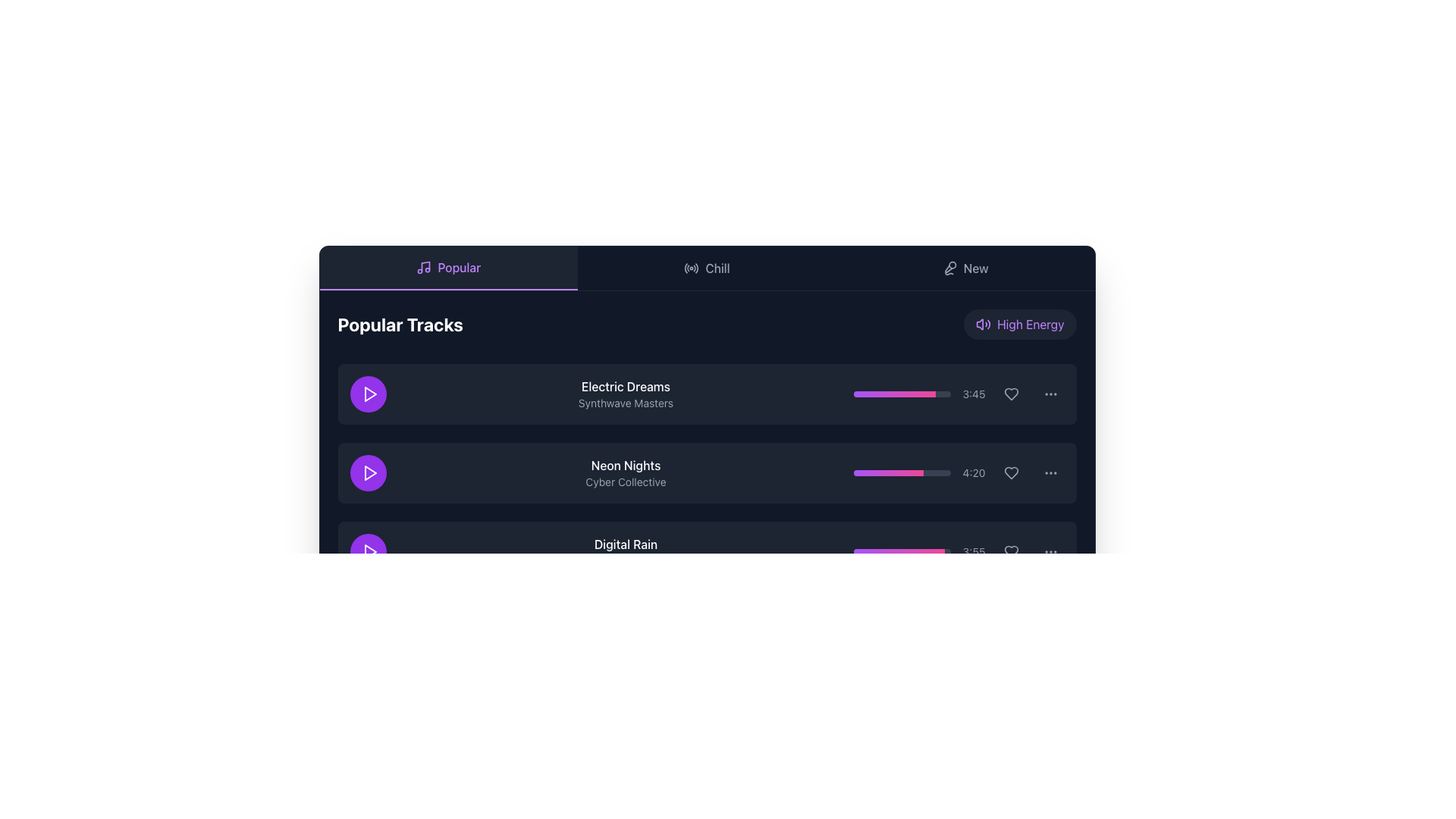 The image size is (1456, 819). What do you see at coordinates (626, 394) in the screenshot?
I see `the text block displaying the title and artist information of a song in the first row of the popular tracks section` at bounding box center [626, 394].